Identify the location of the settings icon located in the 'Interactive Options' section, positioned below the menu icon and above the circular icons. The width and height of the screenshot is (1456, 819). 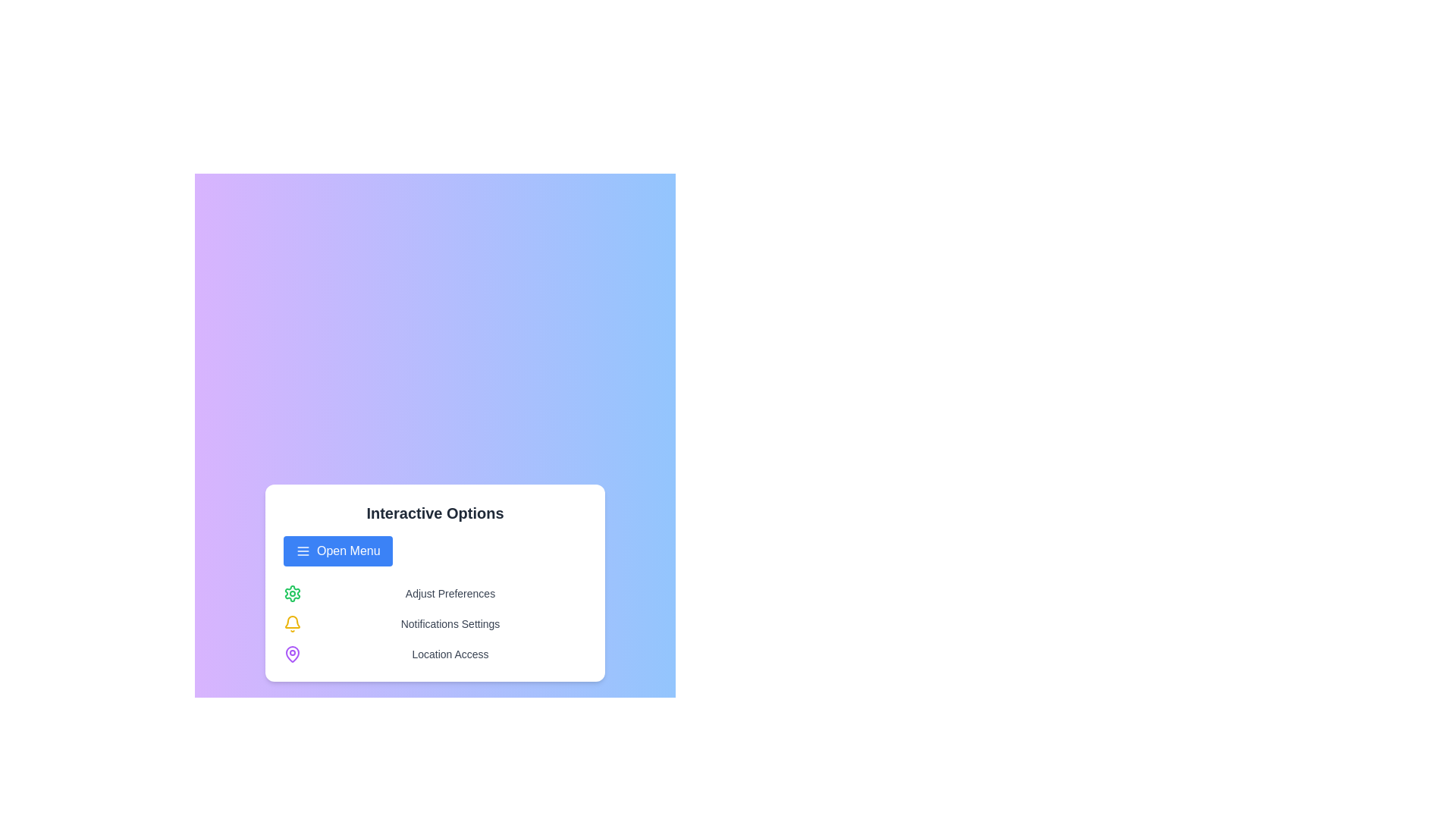
(292, 593).